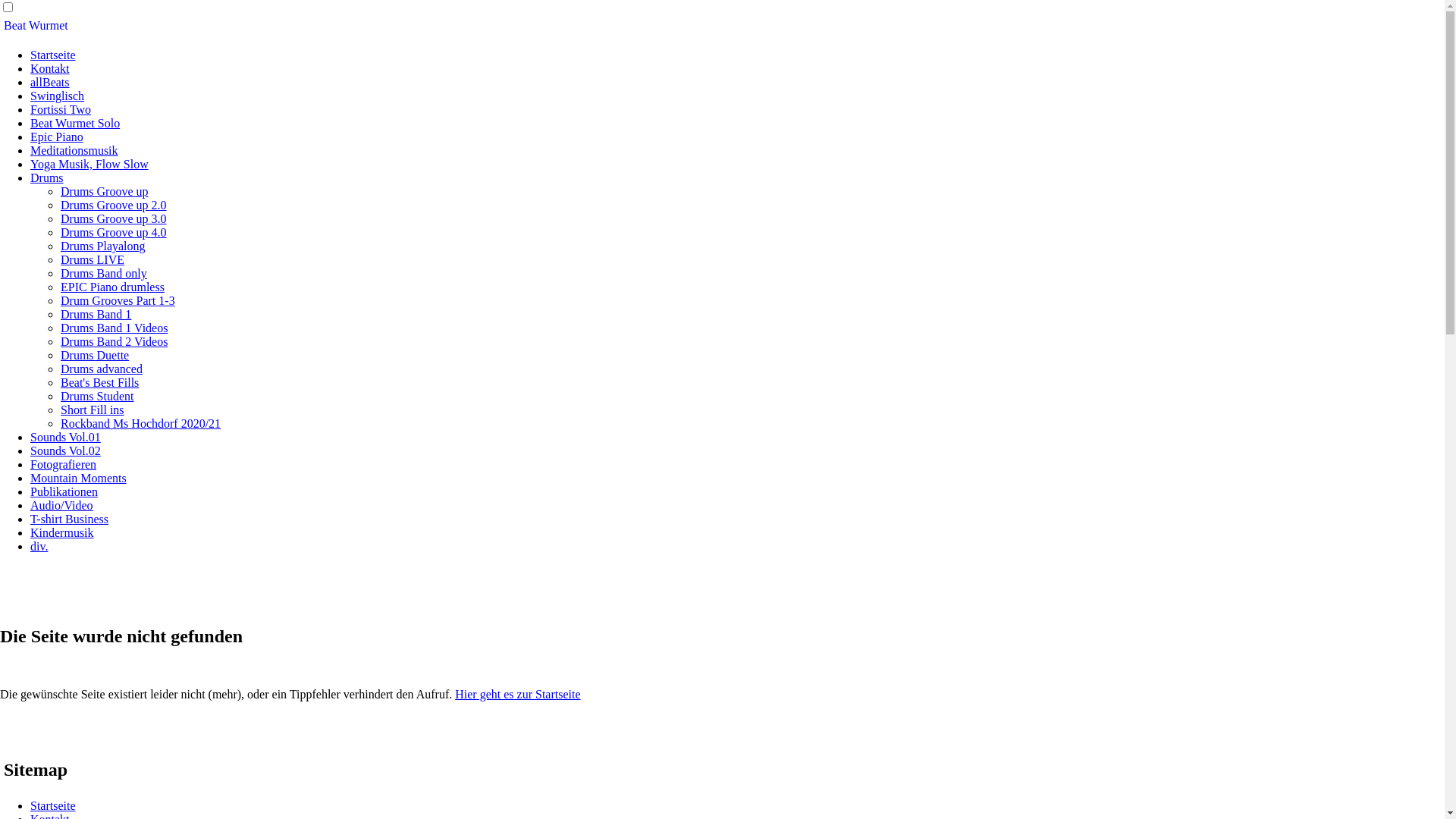 Image resolution: width=1456 pixels, height=819 pixels. What do you see at coordinates (111, 287) in the screenshot?
I see `'EPIC Piano drumless'` at bounding box center [111, 287].